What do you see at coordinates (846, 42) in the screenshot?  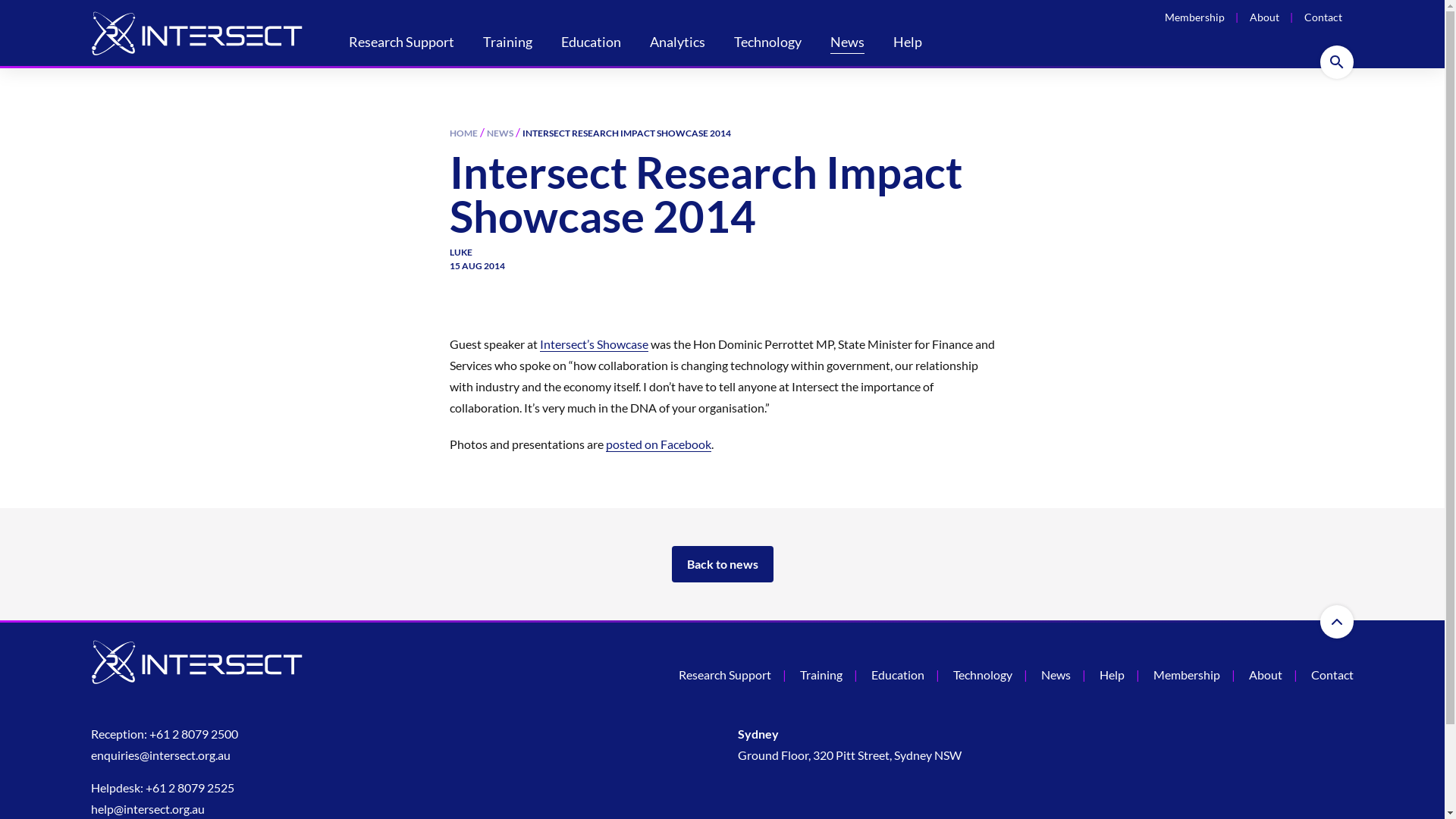 I see `'News'` at bounding box center [846, 42].